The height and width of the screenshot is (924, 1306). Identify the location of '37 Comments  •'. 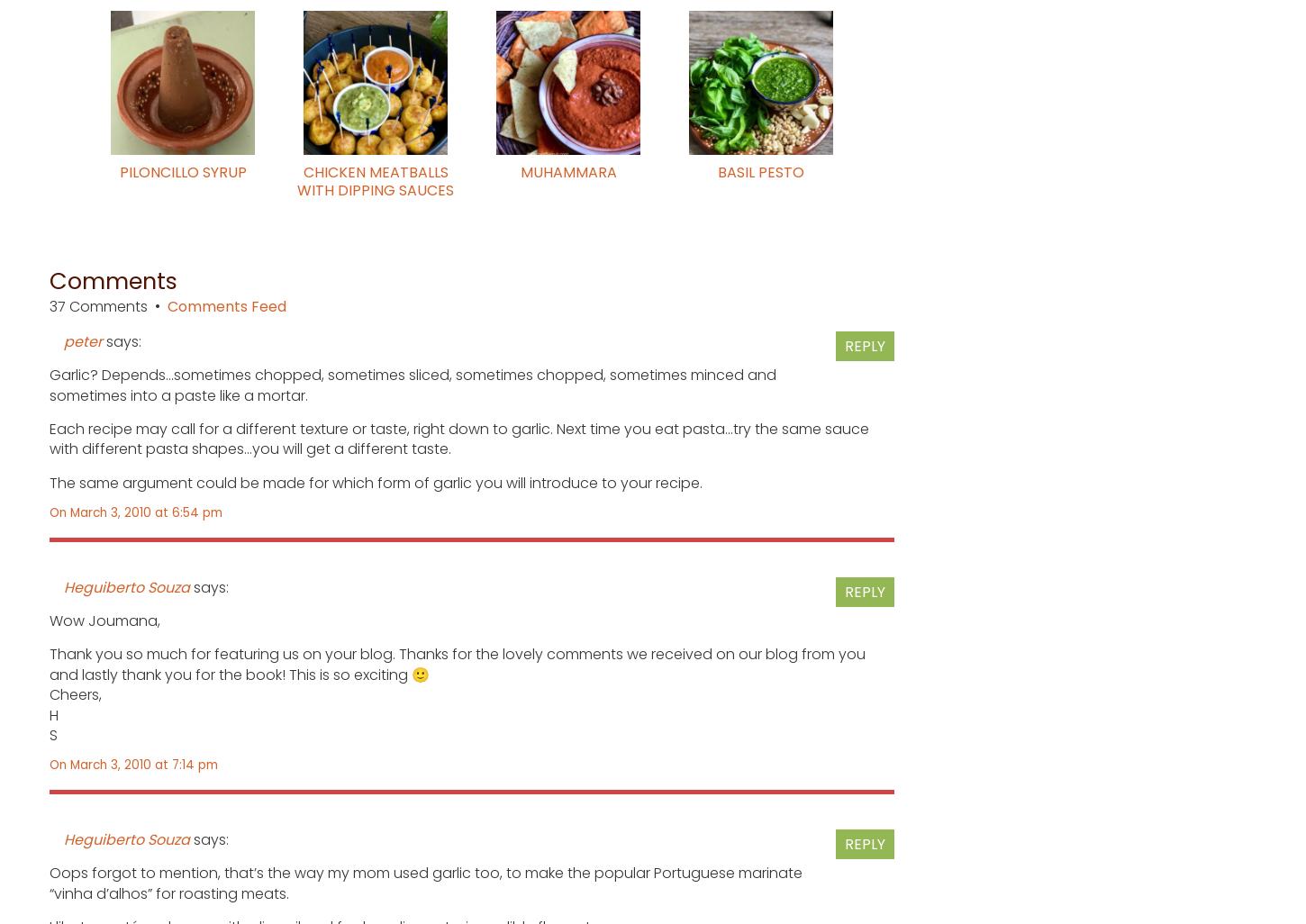
(49, 306).